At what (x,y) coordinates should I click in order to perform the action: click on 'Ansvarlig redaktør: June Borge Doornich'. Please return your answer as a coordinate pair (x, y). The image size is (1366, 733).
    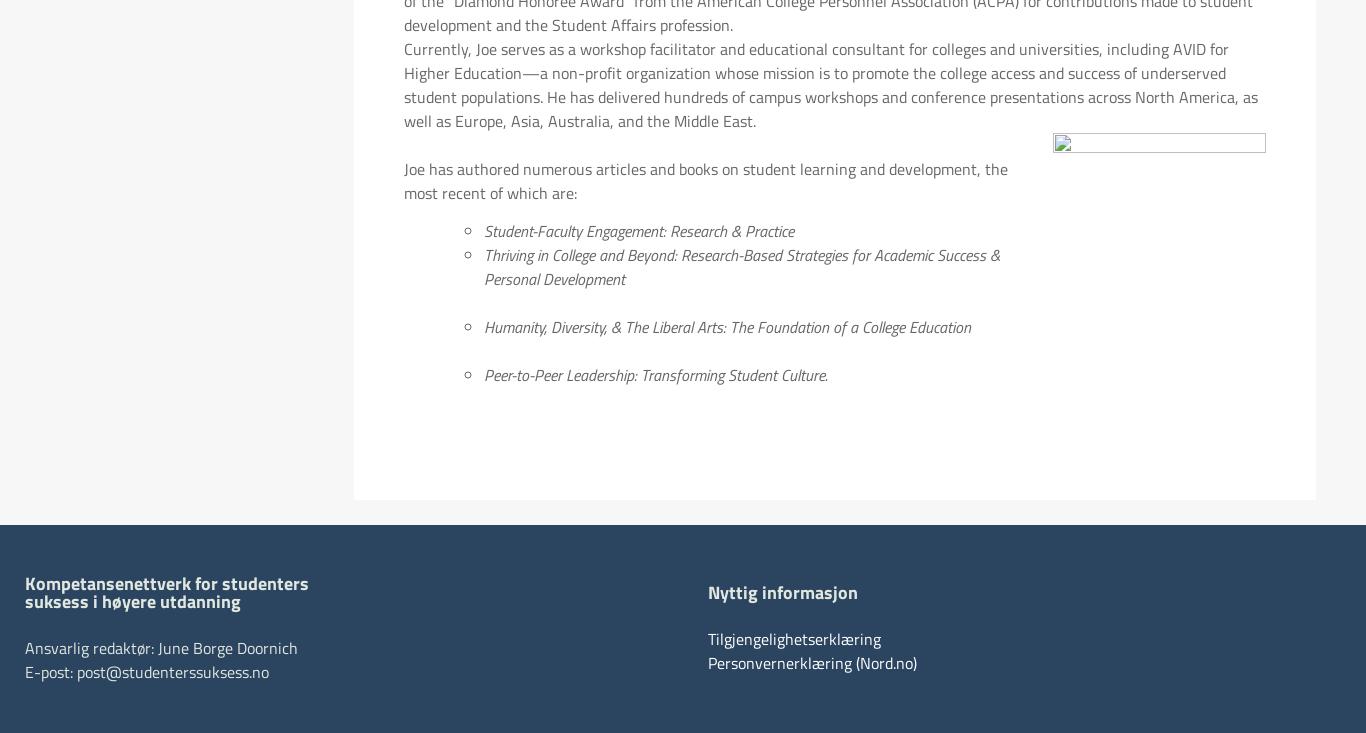
    Looking at the image, I should click on (160, 646).